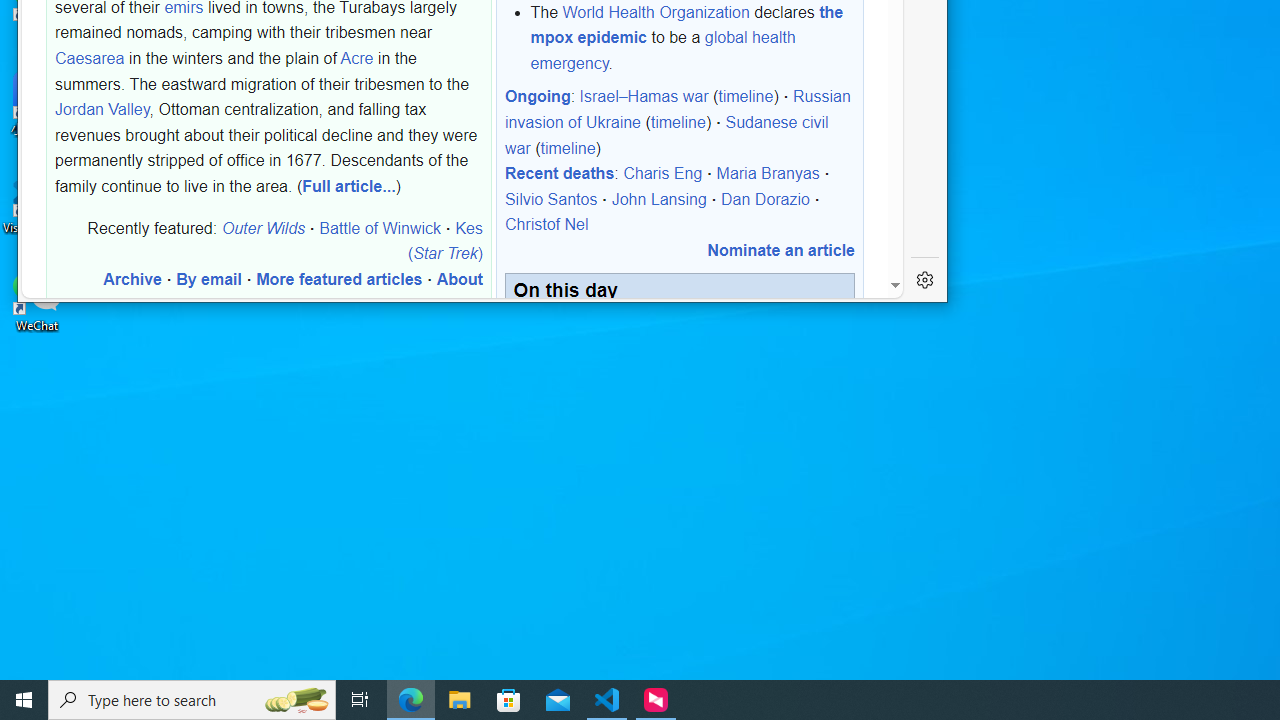 The height and width of the screenshot is (720, 1280). Describe the element at coordinates (359, 698) in the screenshot. I see `'Task View'` at that location.